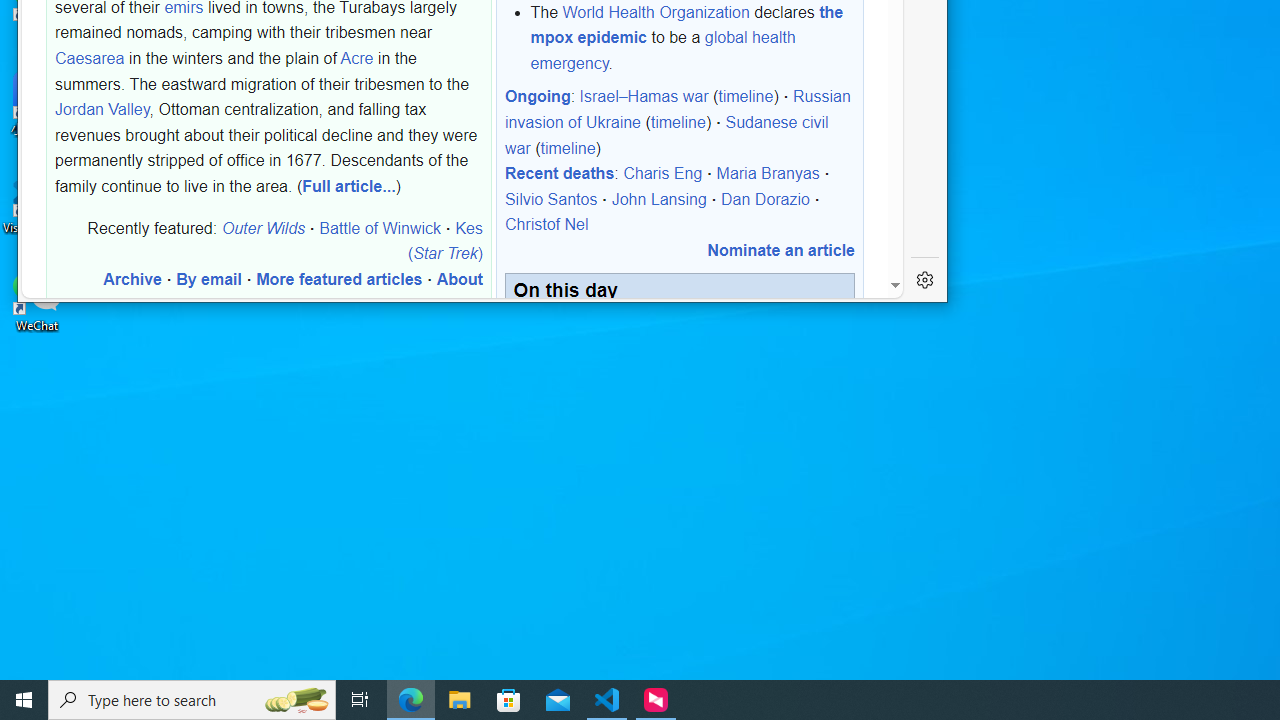 The height and width of the screenshot is (720, 1280). Describe the element at coordinates (359, 698) in the screenshot. I see `'Task View'` at that location.